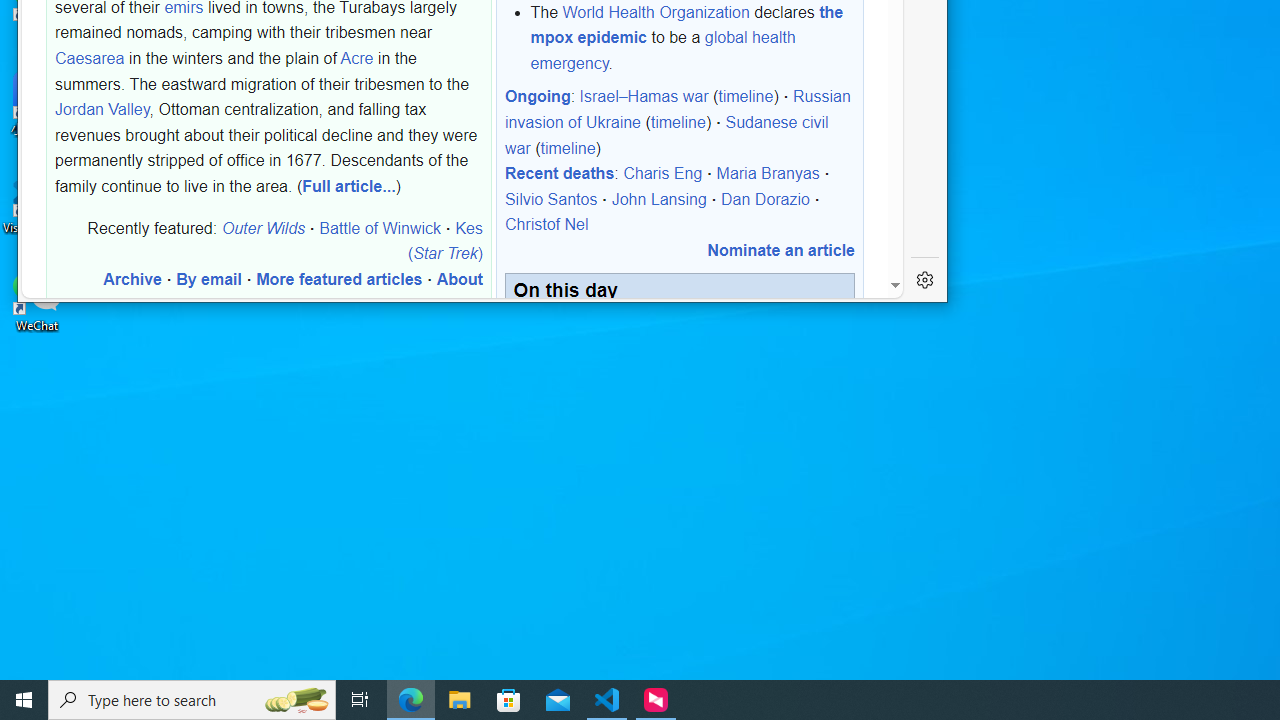 The height and width of the screenshot is (720, 1280). Describe the element at coordinates (359, 698) in the screenshot. I see `'Task View'` at that location.